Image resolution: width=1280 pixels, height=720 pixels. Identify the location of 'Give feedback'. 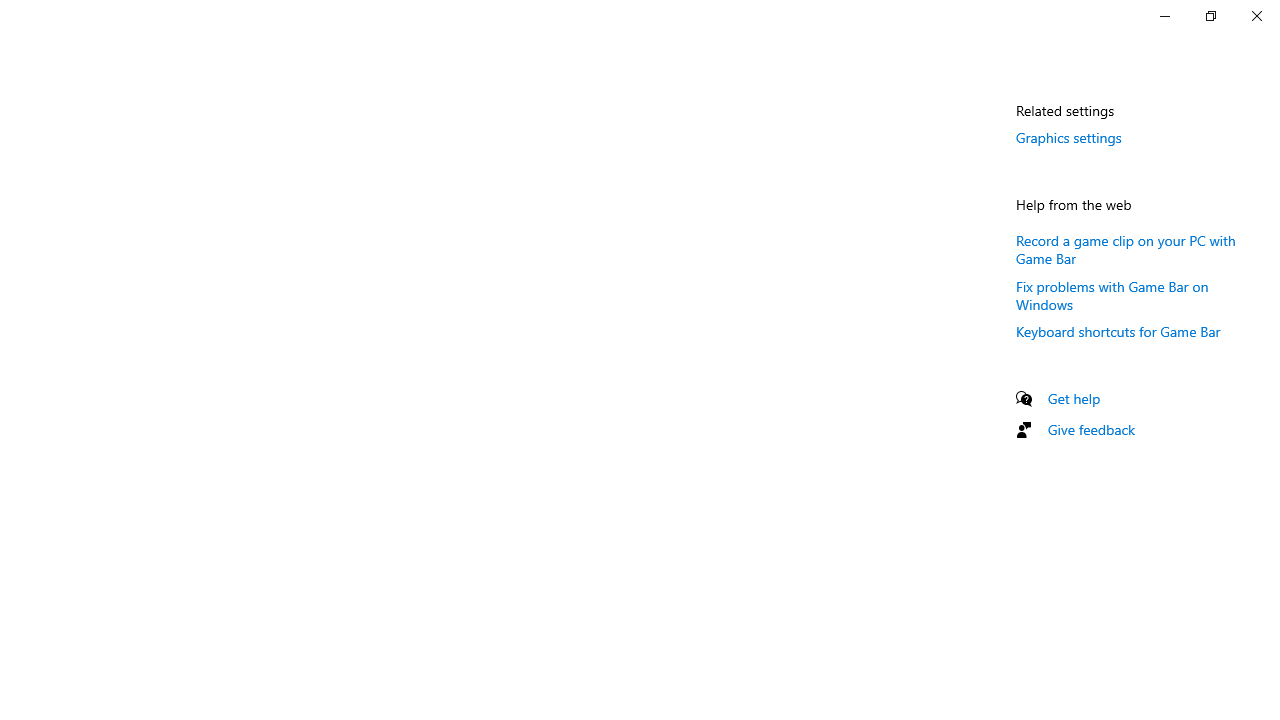
(1090, 428).